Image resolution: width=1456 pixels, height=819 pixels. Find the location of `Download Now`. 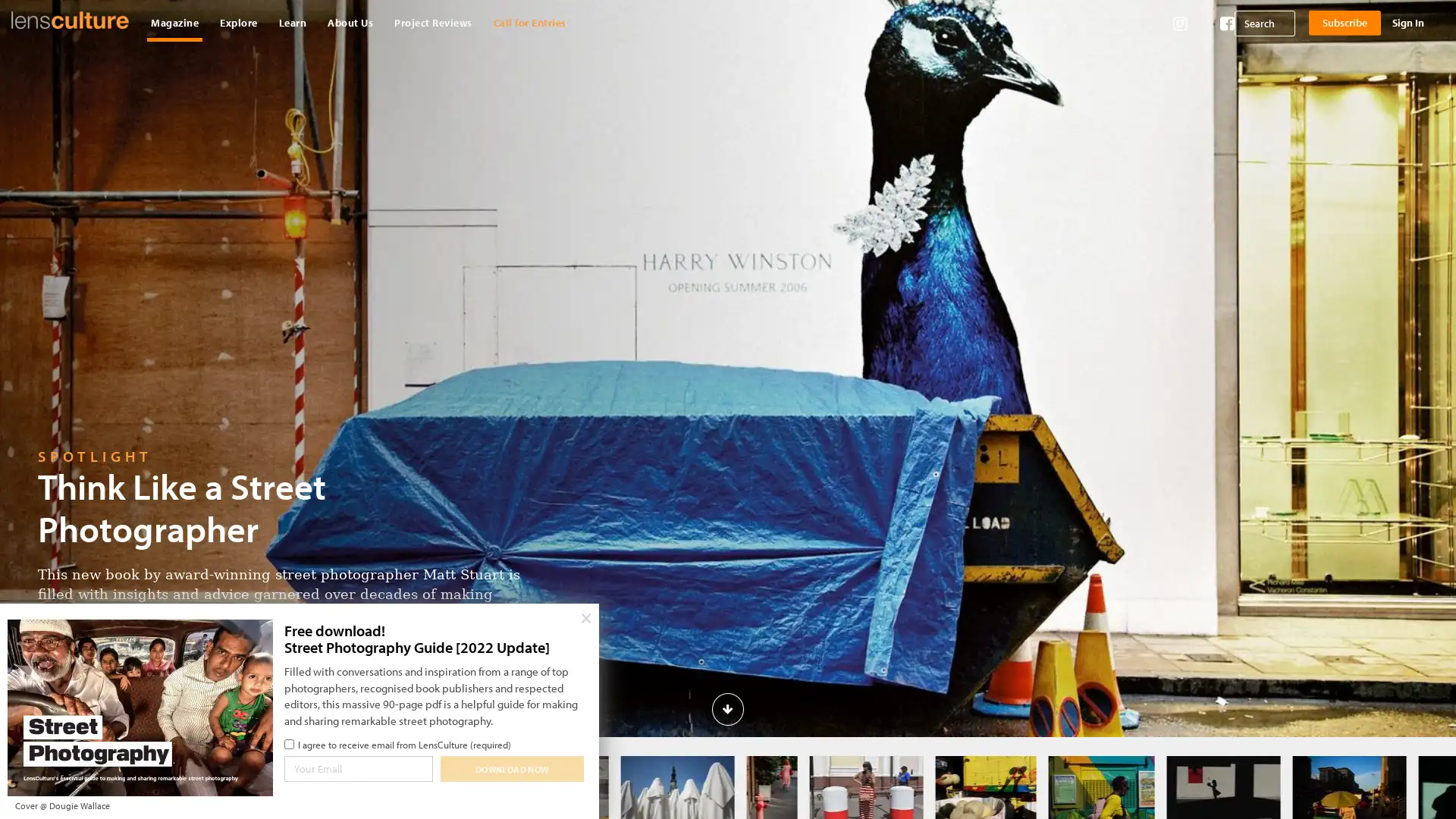

Download Now is located at coordinates (512, 769).